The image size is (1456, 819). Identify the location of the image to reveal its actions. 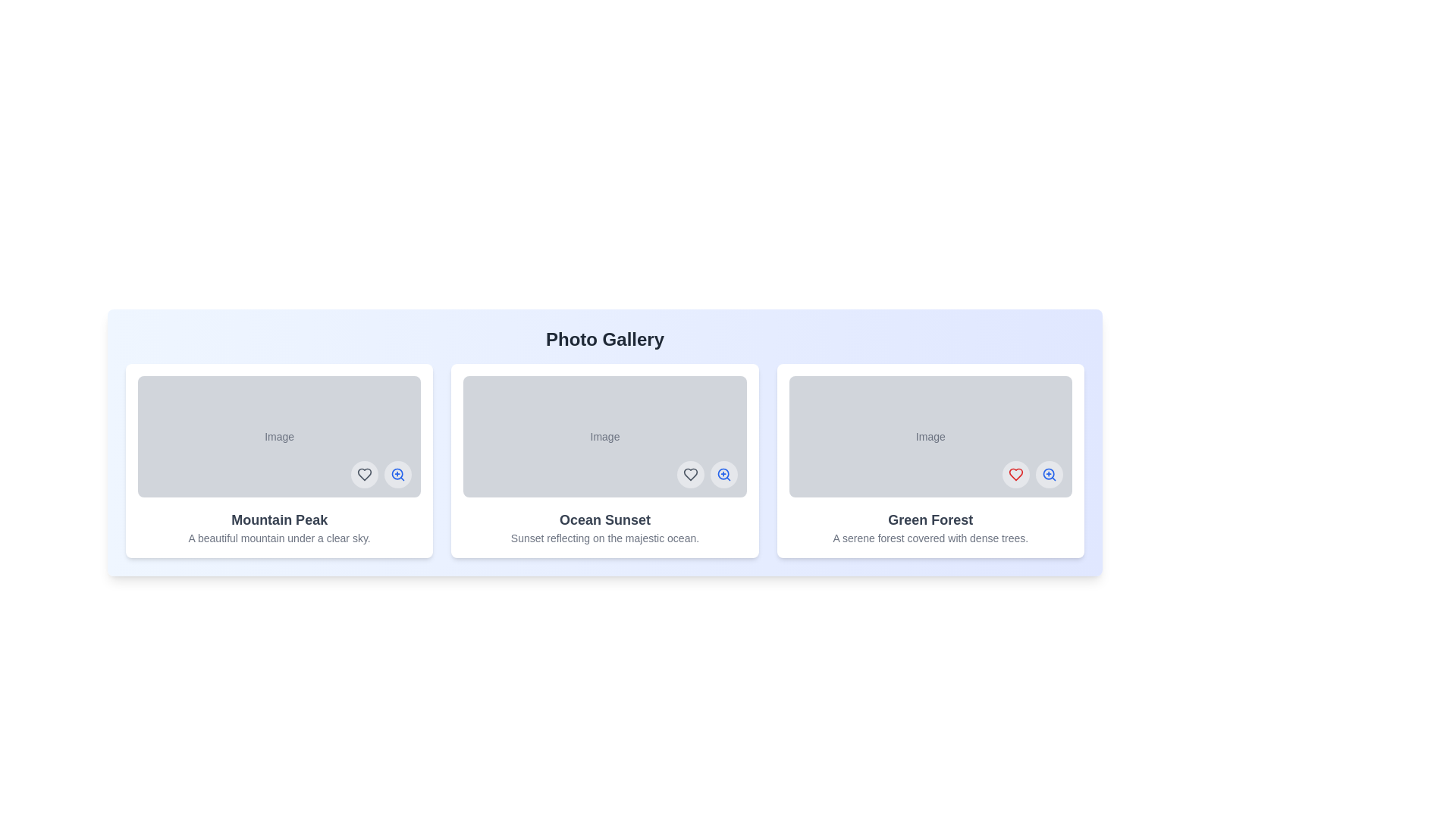
(279, 436).